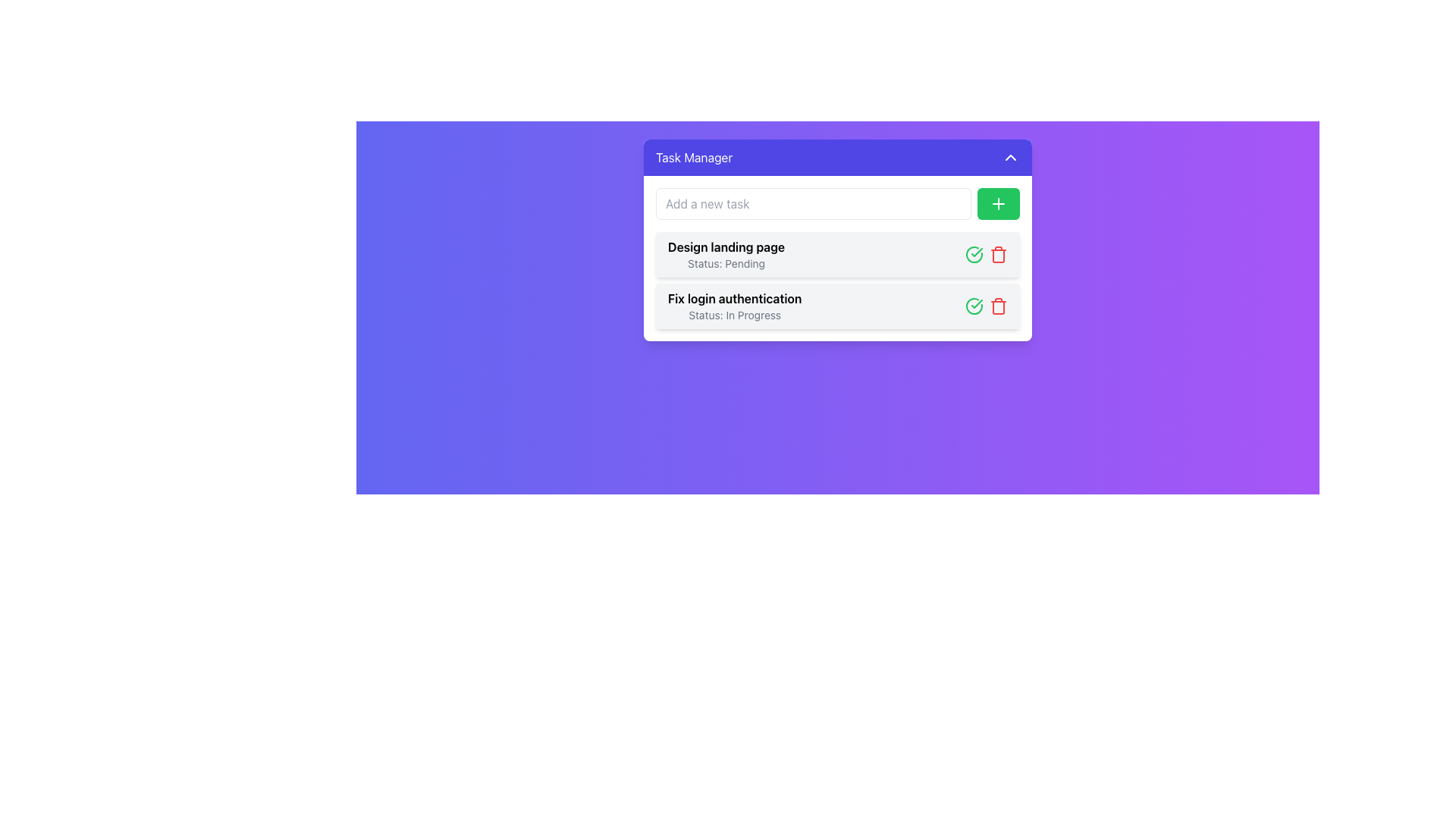  Describe the element at coordinates (974, 306) in the screenshot. I see `the green circular icon with a checkmark inside, located` at that location.